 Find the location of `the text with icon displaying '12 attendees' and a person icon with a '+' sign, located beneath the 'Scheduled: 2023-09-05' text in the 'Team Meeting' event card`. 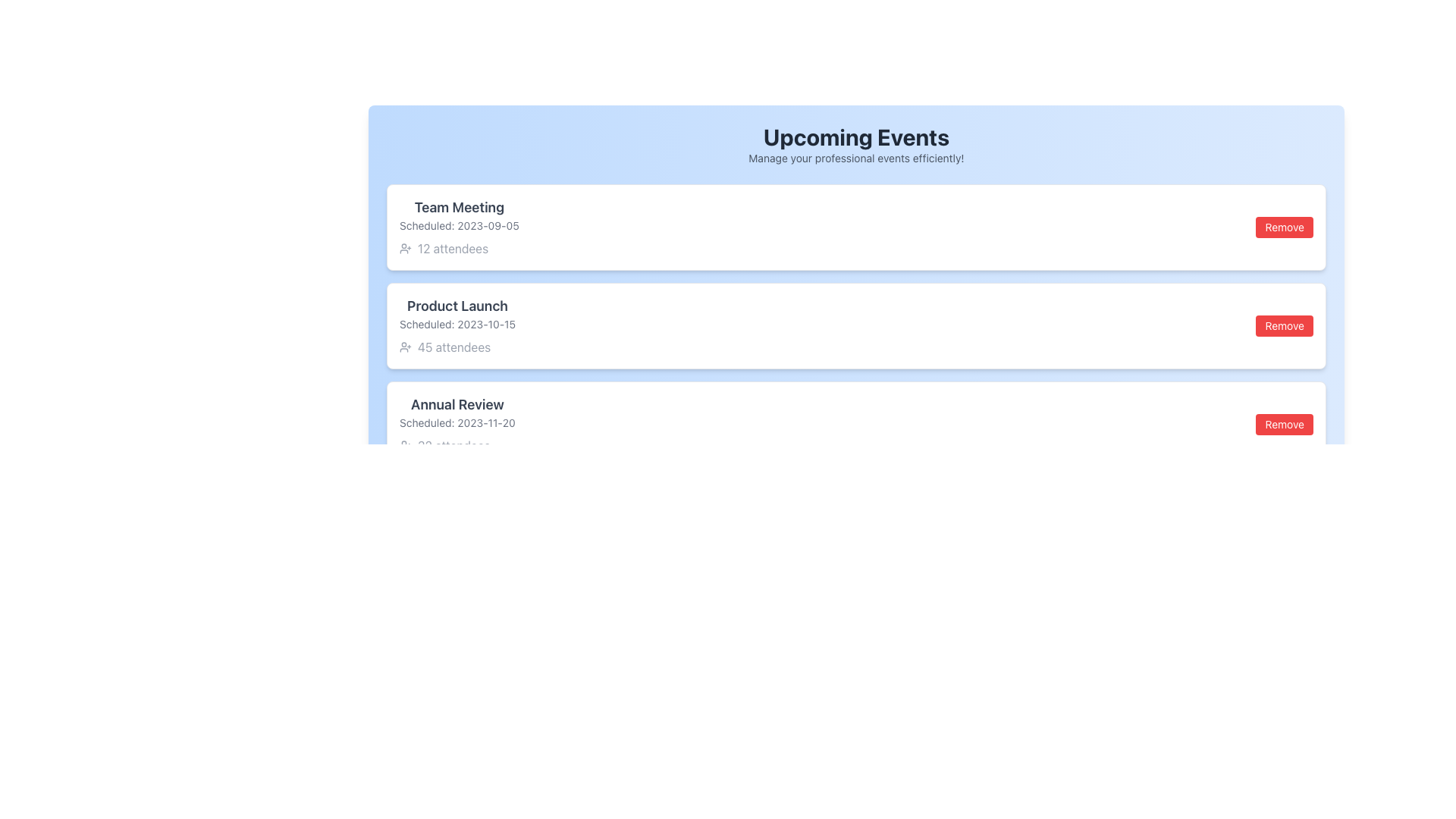

the text with icon displaying '12 attendees' and a person icon with a '+' sign, located beneath the 'Scheduled: 2023-09-05' text in the 'Team Meeting' event card is located at coordinates (458, 247).